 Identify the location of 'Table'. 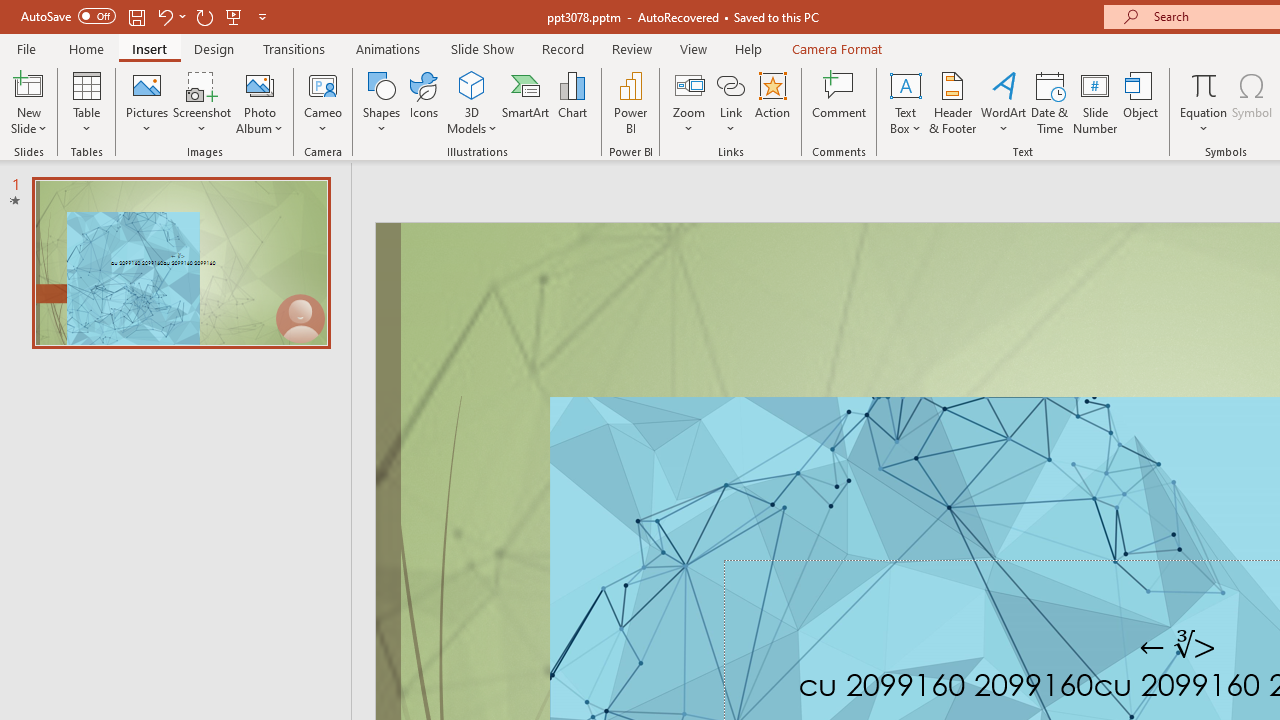
(86, 103).